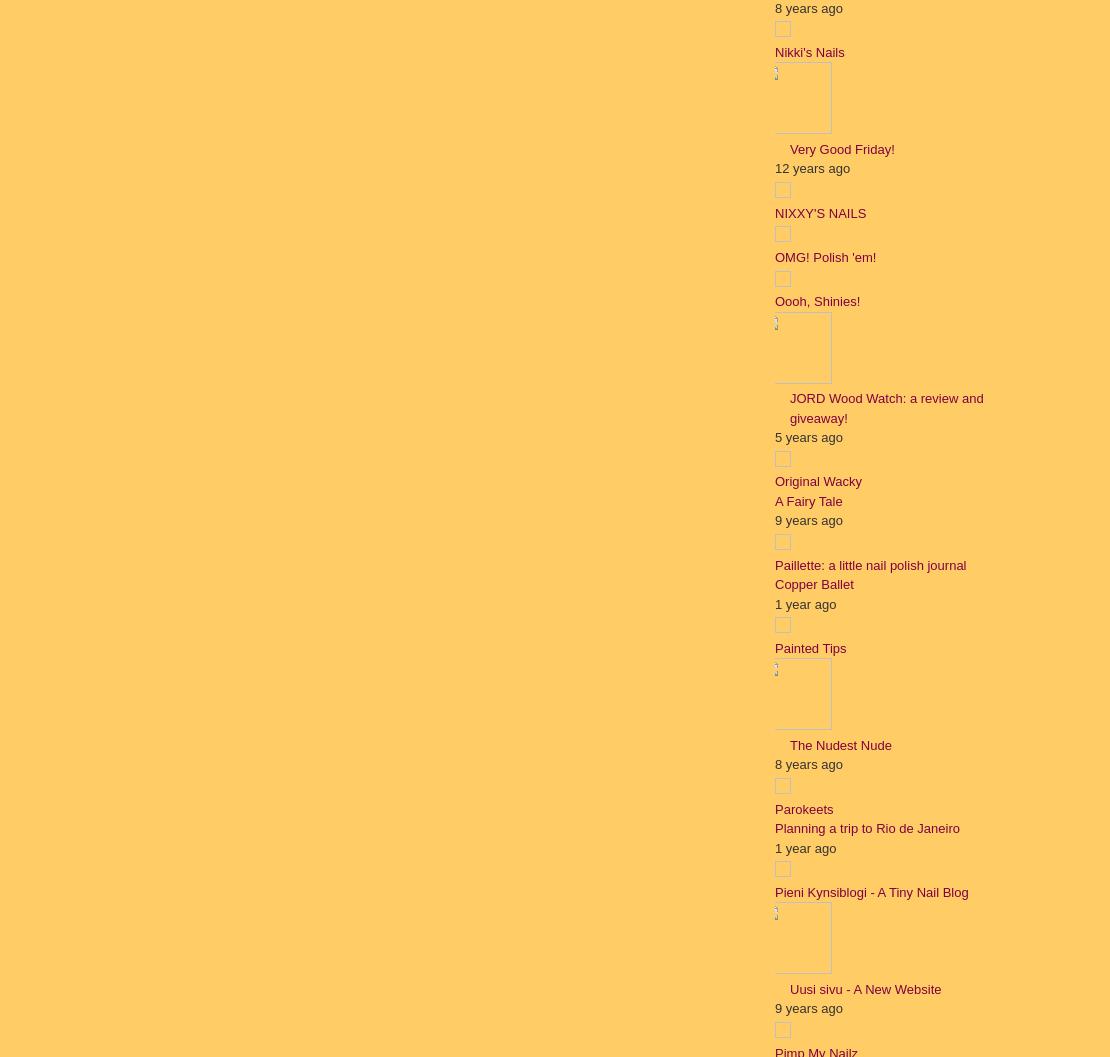 The height and width of the screenshot is (1057, 1110). What do you see at coordinates (839, 743) in the screenshot?
I see `'The Nudest Nude'` at bounding box center [839, 743].